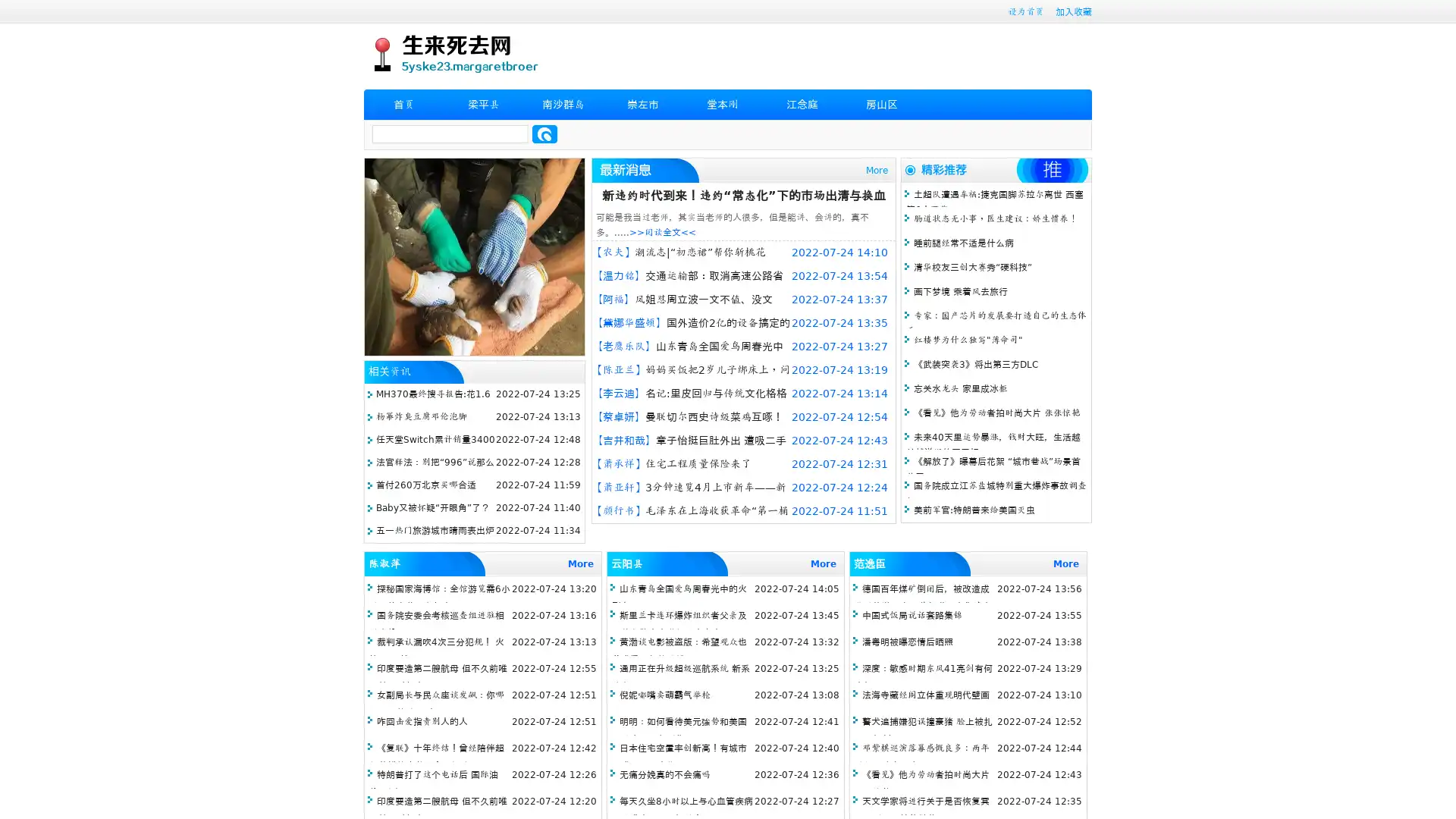 The width and height of the screenshot is (1456, 819). Describe the element at coordinates (544, 133) in the screenshot. I see `Search` at that location.